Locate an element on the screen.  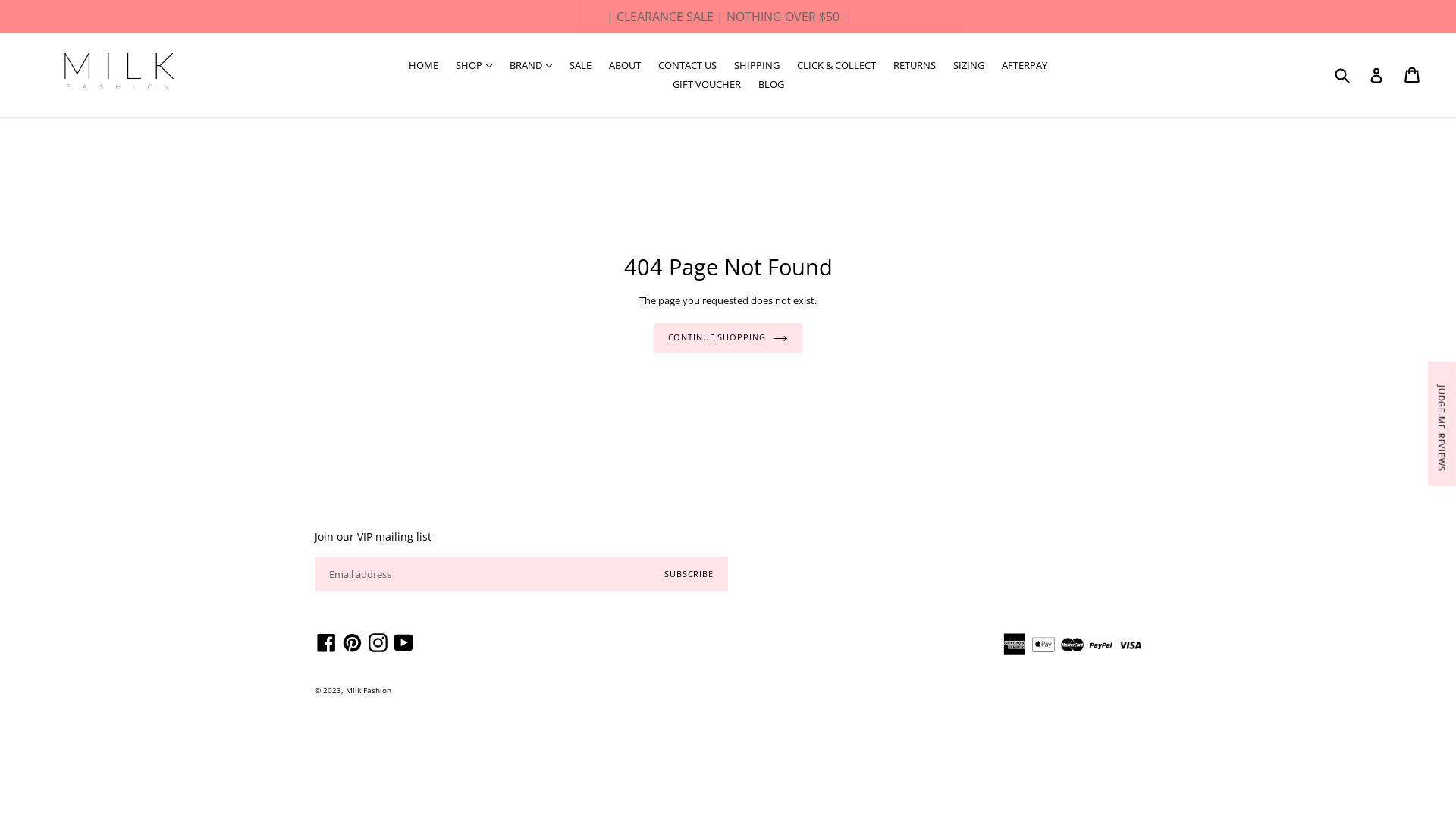
'CONTACT US' is located at coordinates (686, 65).